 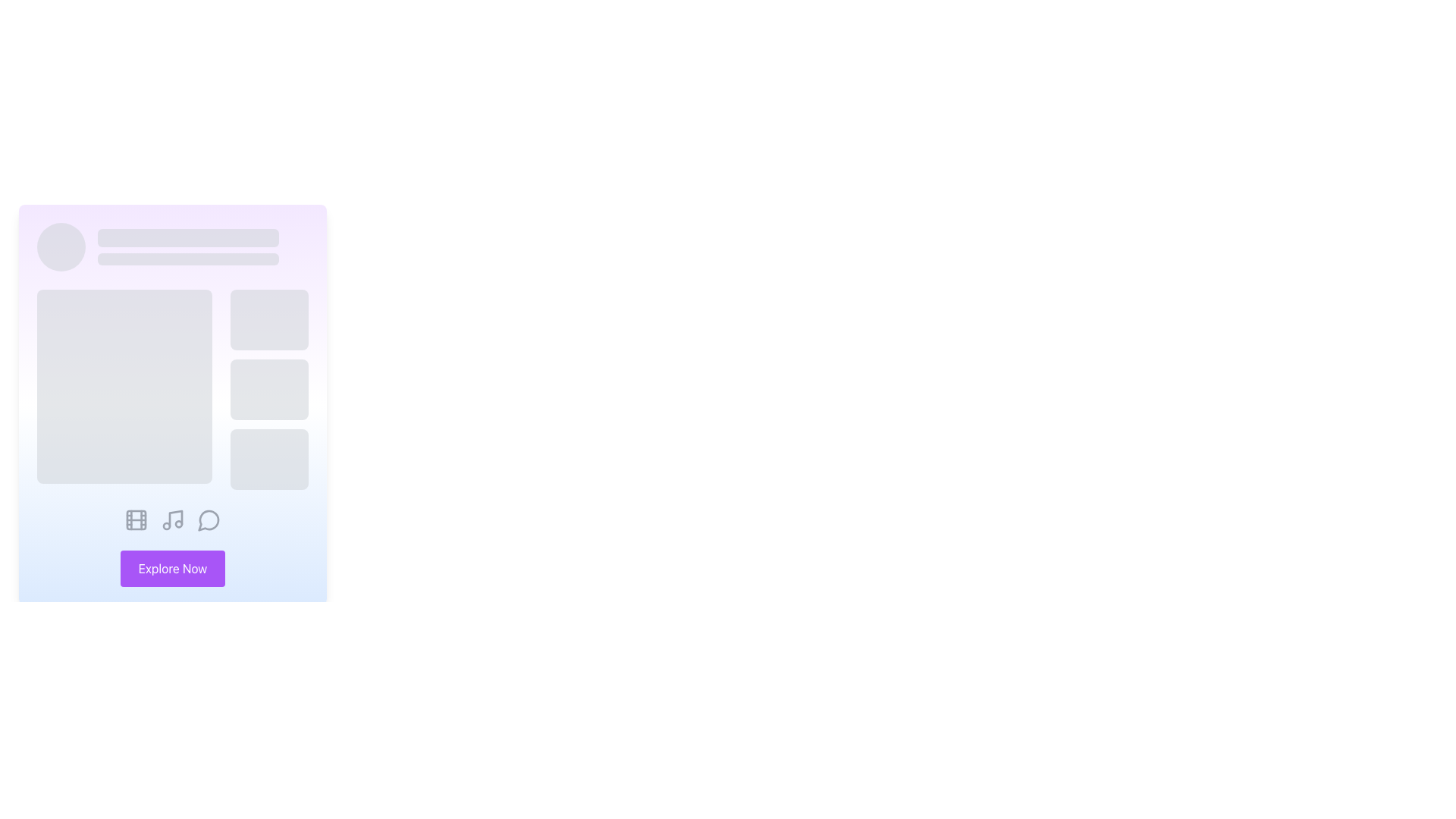 What do you see at coordinates (172, 568) in the screenshot?
I see `the navigation button located at the lower center of the interface, directly beneath three icons` at bounding box center [172, 568].